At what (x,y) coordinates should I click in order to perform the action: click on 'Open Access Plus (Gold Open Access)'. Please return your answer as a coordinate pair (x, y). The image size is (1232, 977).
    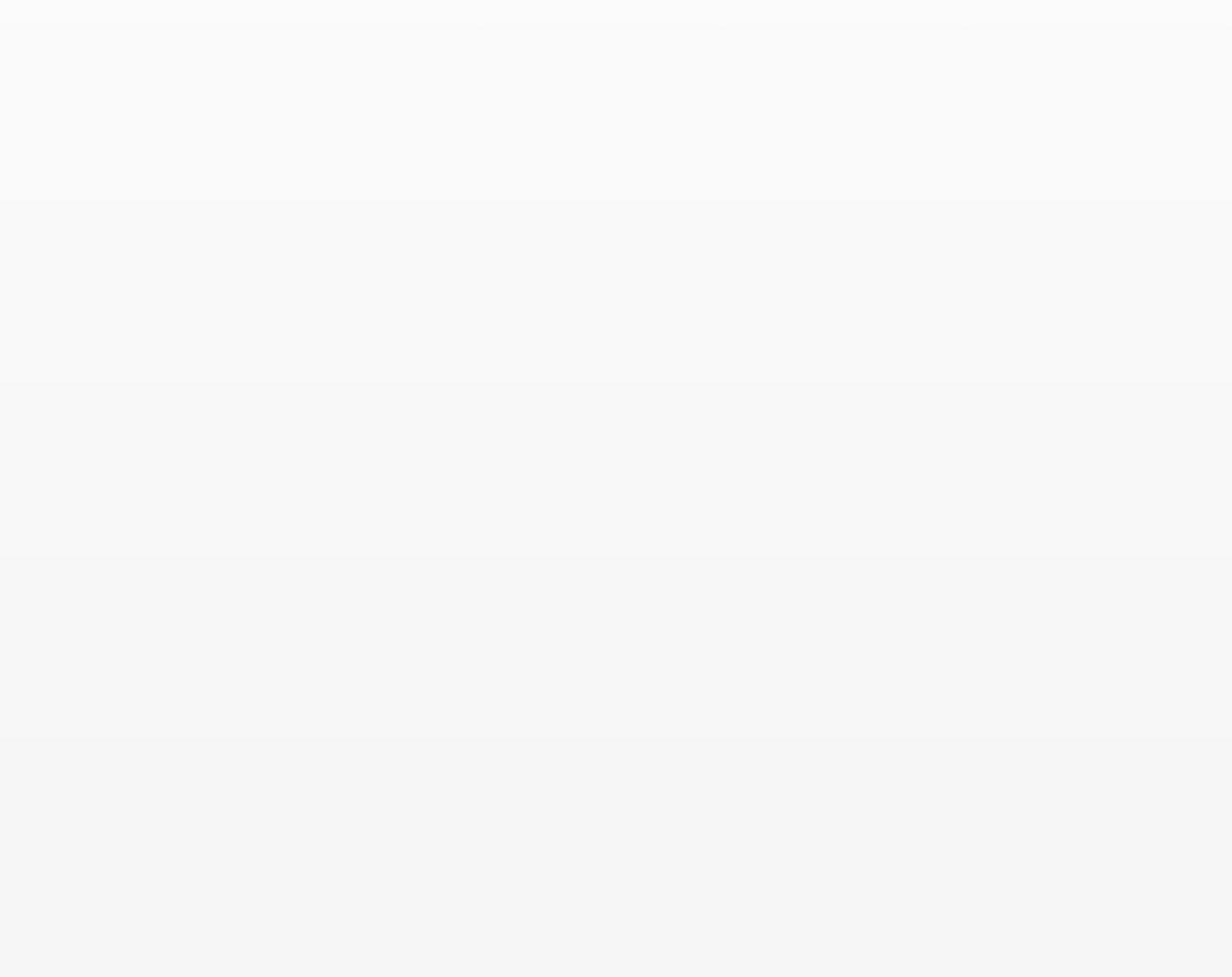
    Looking at the image, I should click on (869, 687).